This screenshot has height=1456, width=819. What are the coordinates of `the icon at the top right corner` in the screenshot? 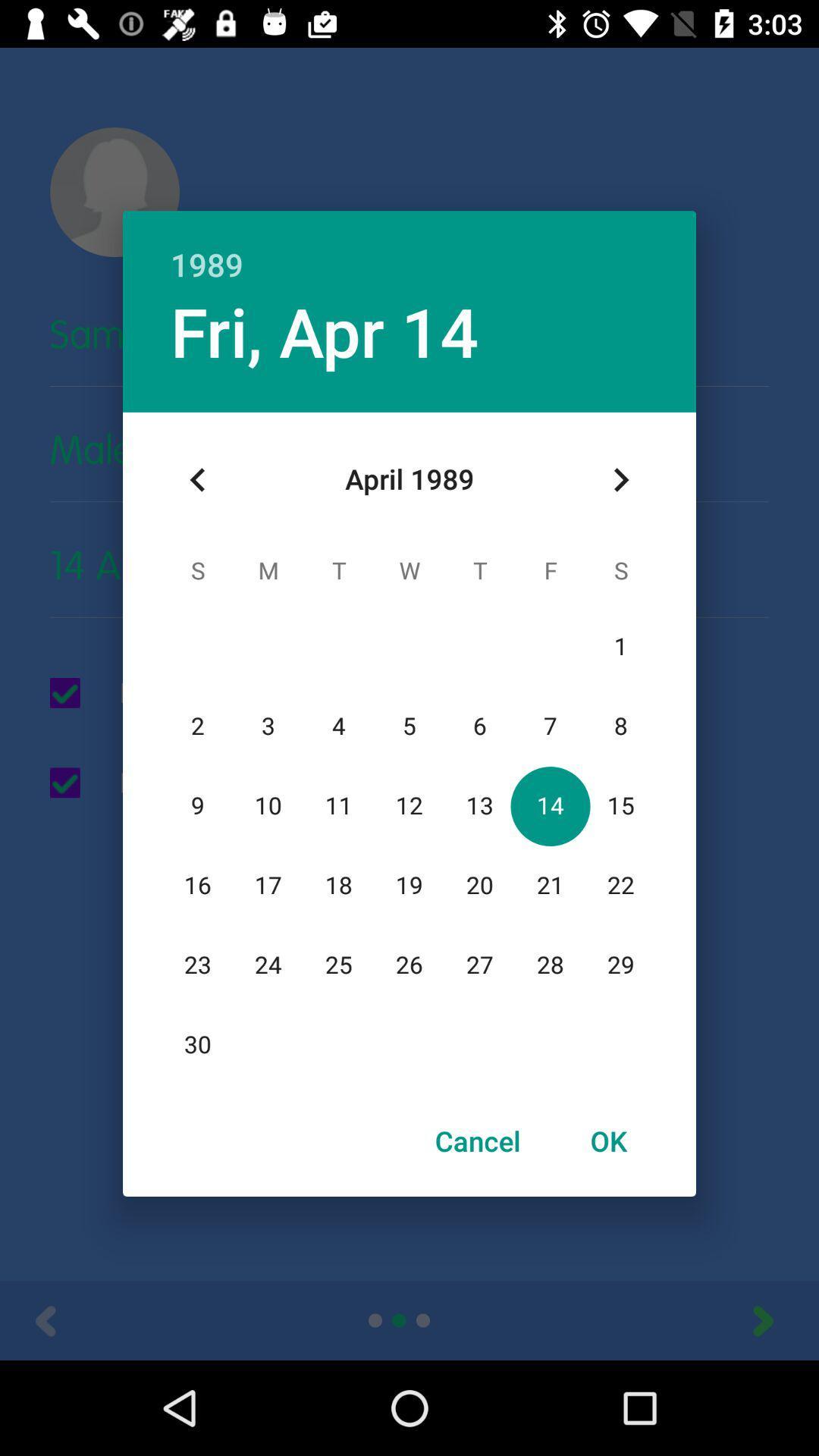 It's located at (620, 479).